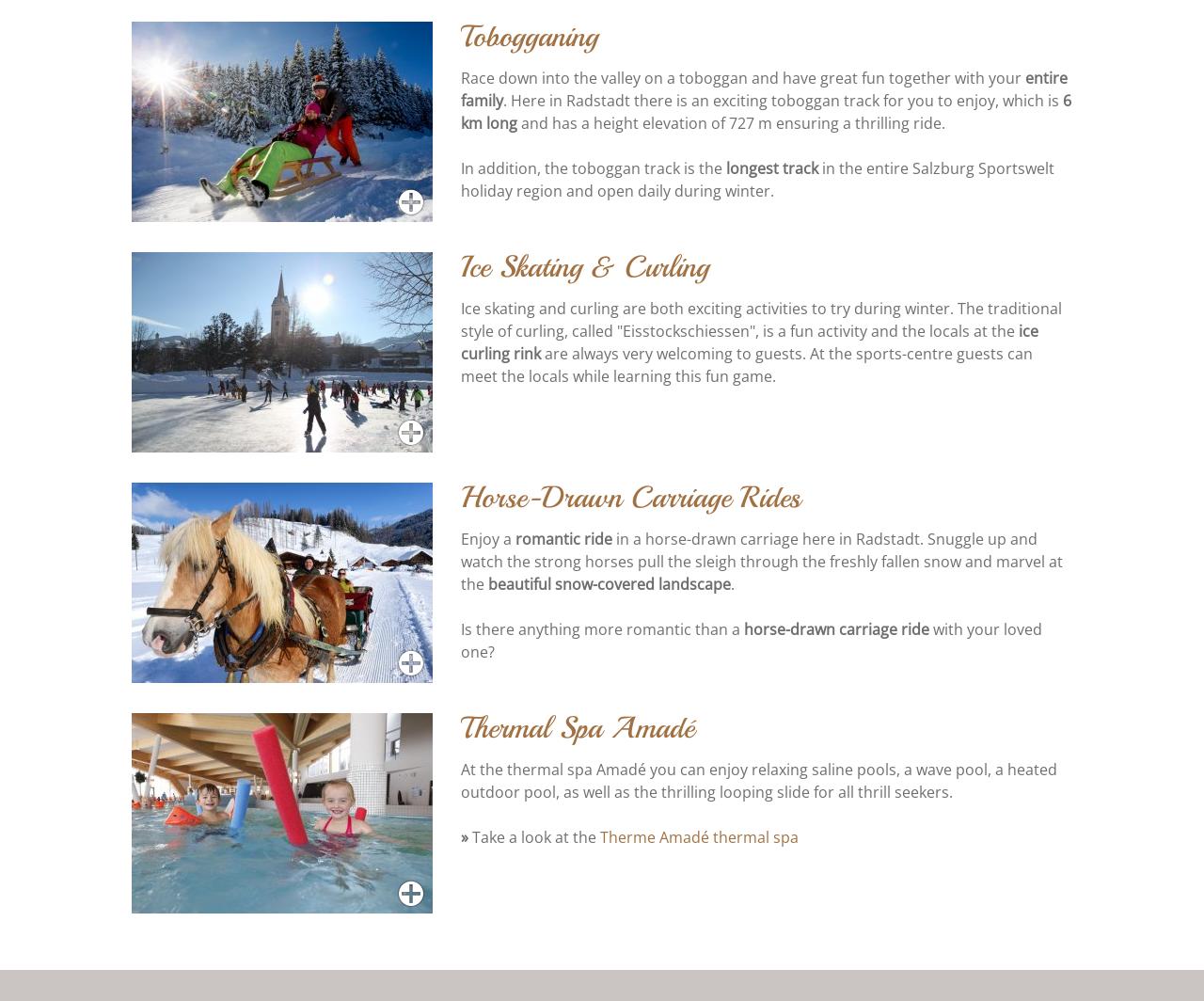  Describe the element at coordinates (583, 268) in the screenshot. I see `'Ice Skating & Curling'` at that location.